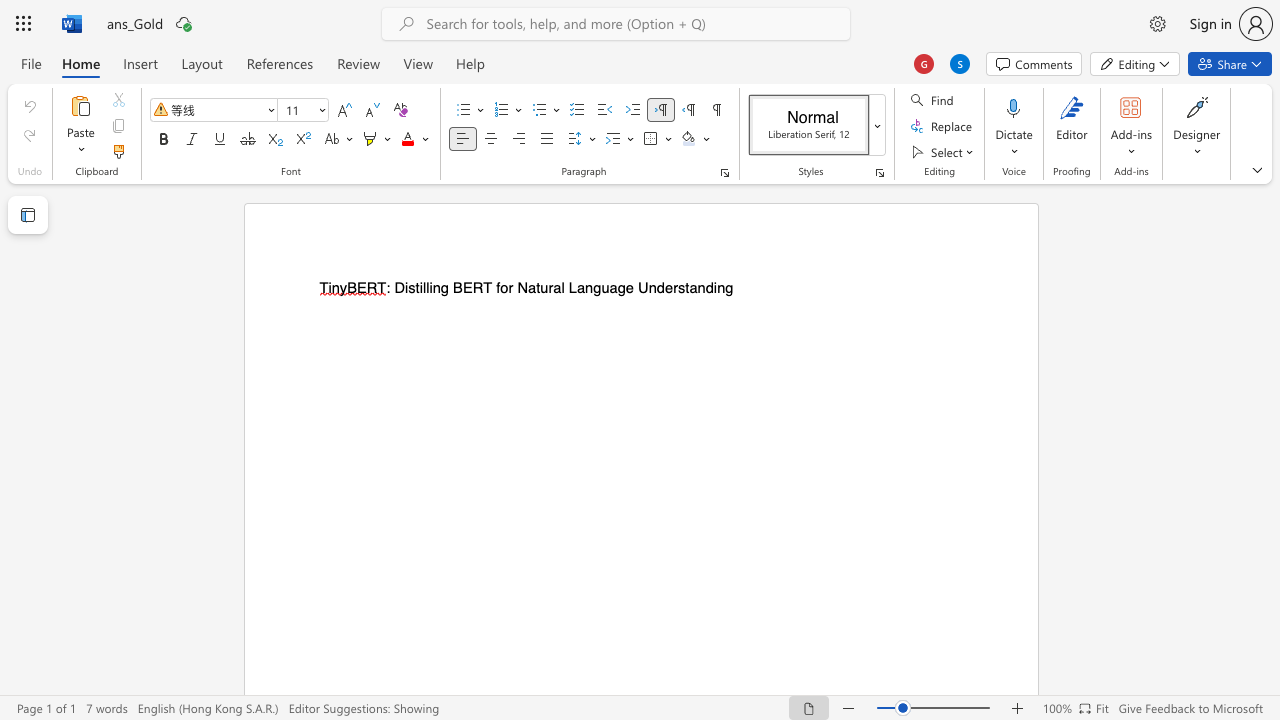 This screenshot has width=1280, height=720. Describe the element at coordinates (421, 288) in the screenshot. I see `the space between the continuous character "i" and "l" in the text` at that location.